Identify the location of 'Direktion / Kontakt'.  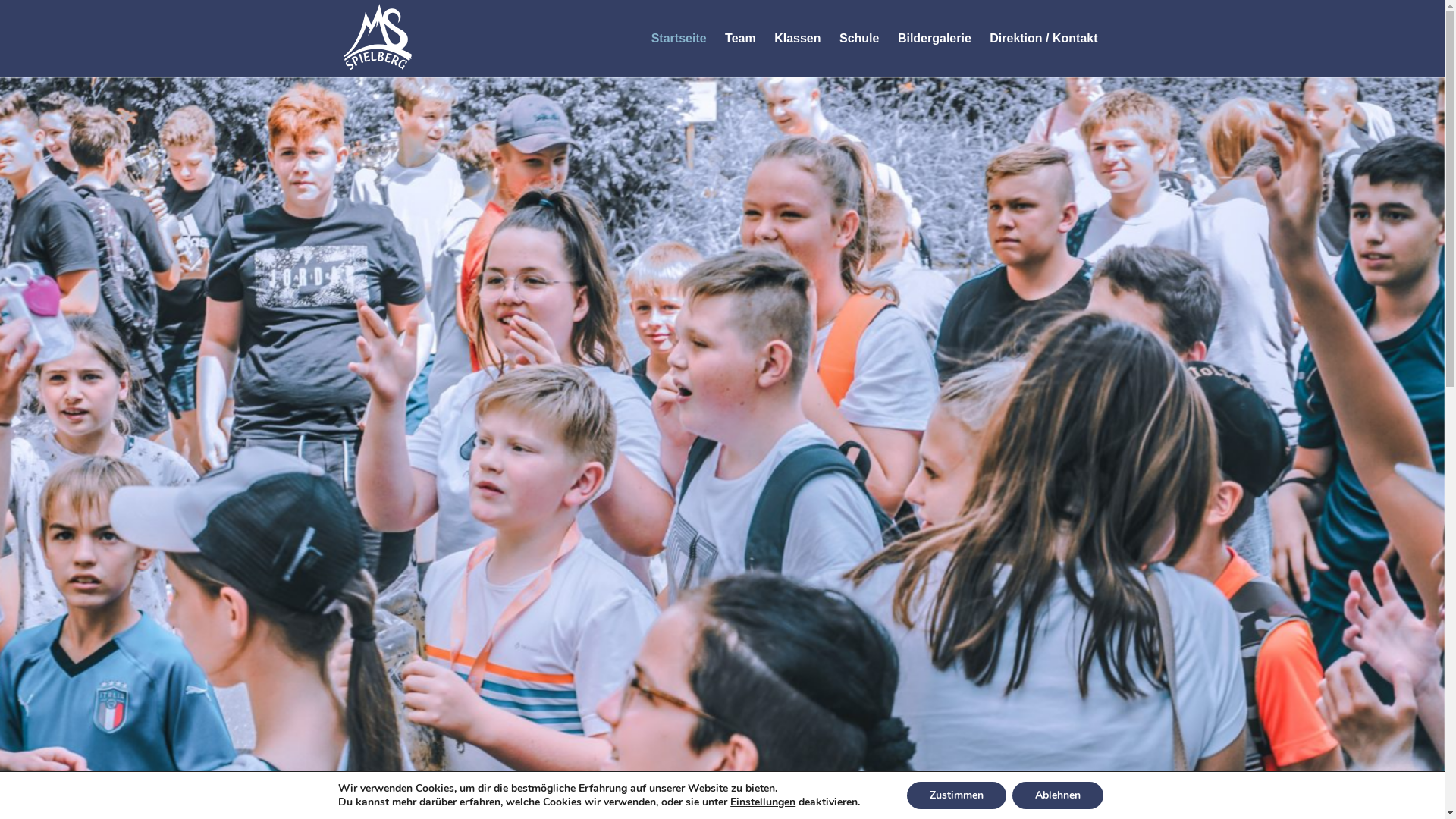
(1043, 37).